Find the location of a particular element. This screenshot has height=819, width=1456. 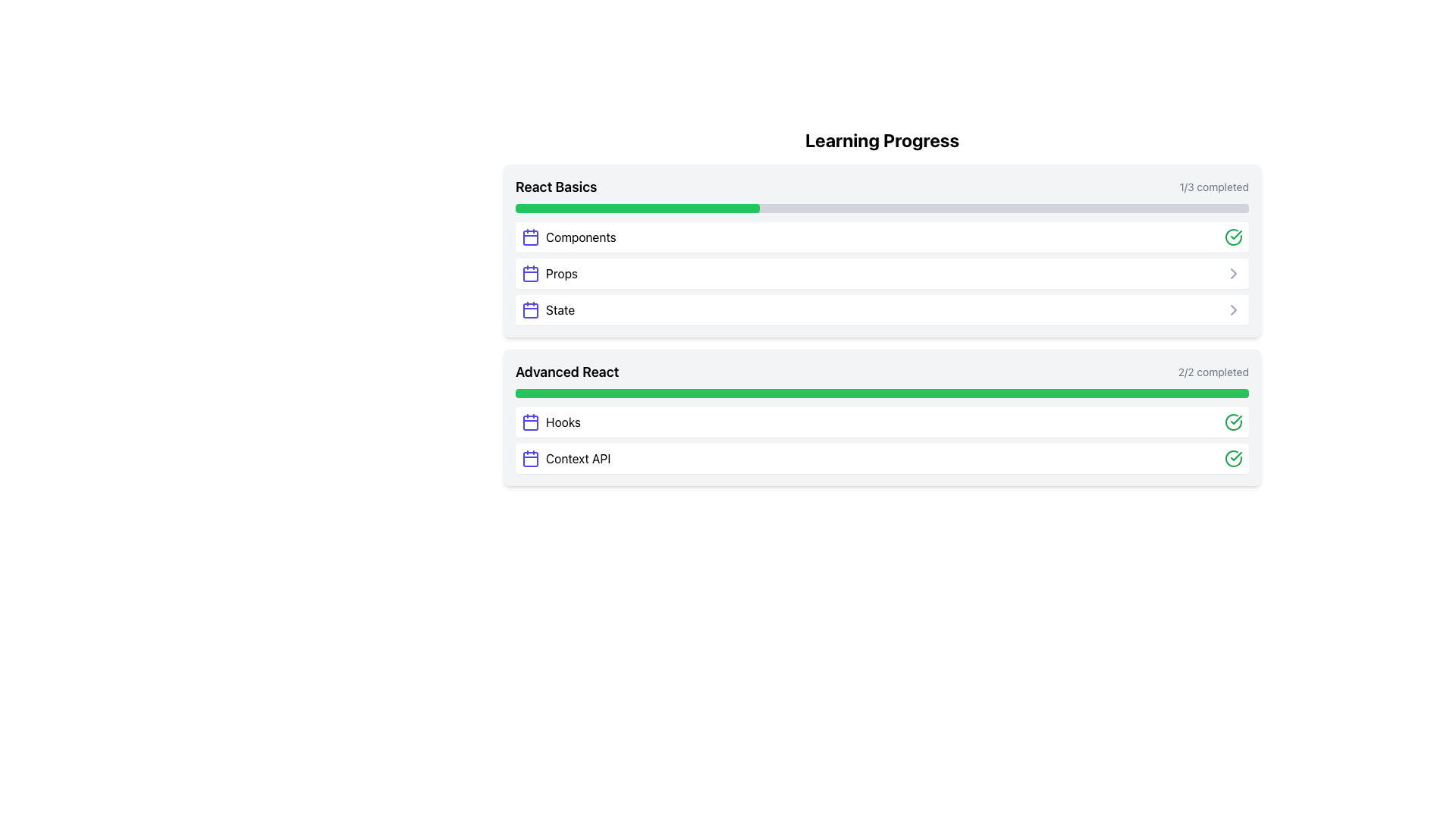

the green checkmark icon indicating the completion status of the Context API task within the Advanced React section is located at coordinates (1236, 420).